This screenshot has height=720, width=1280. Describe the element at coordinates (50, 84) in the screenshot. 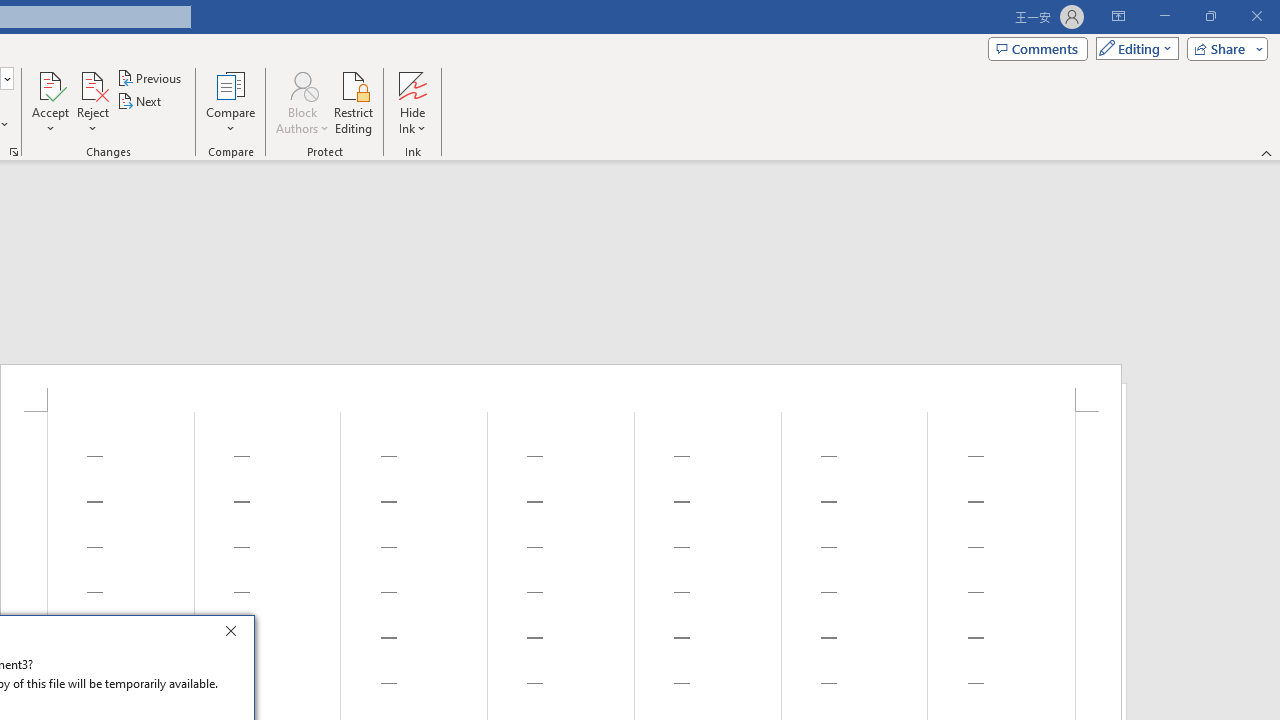

I see `'Accept and Move to Next'` at that location.